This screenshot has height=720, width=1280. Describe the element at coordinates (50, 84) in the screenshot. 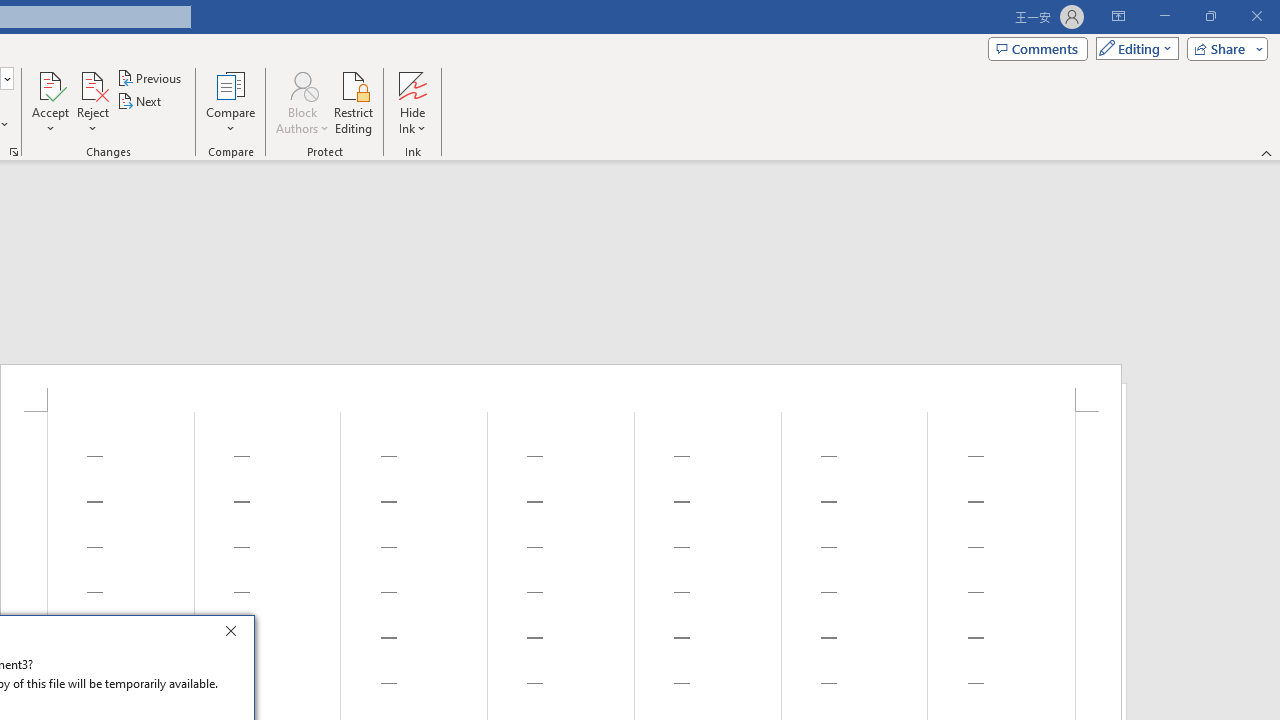

I see `'Accept and Move to Next'` at that location.